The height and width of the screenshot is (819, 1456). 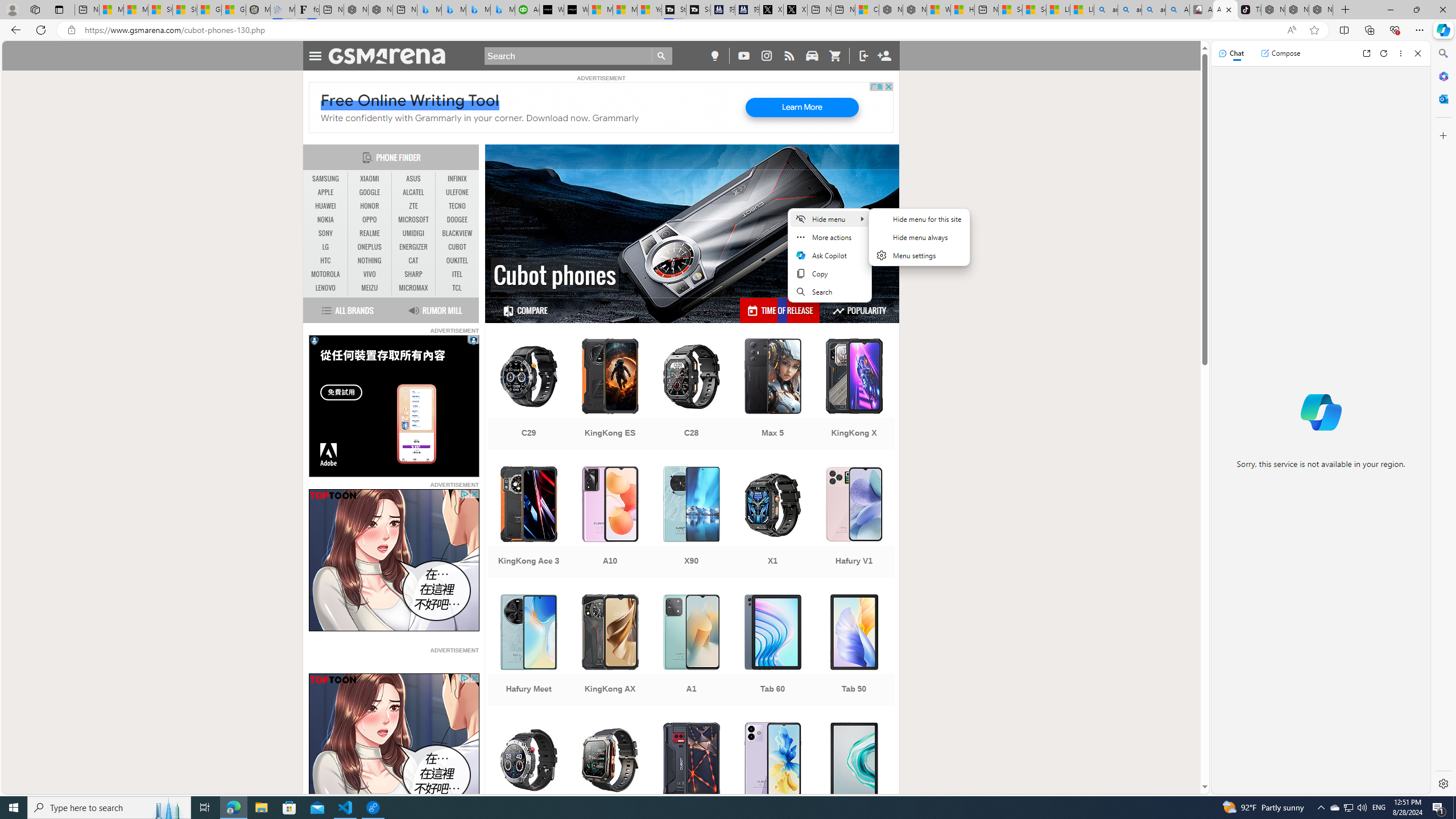 I want to click on 'OPPO', so click(x=369, y=220).